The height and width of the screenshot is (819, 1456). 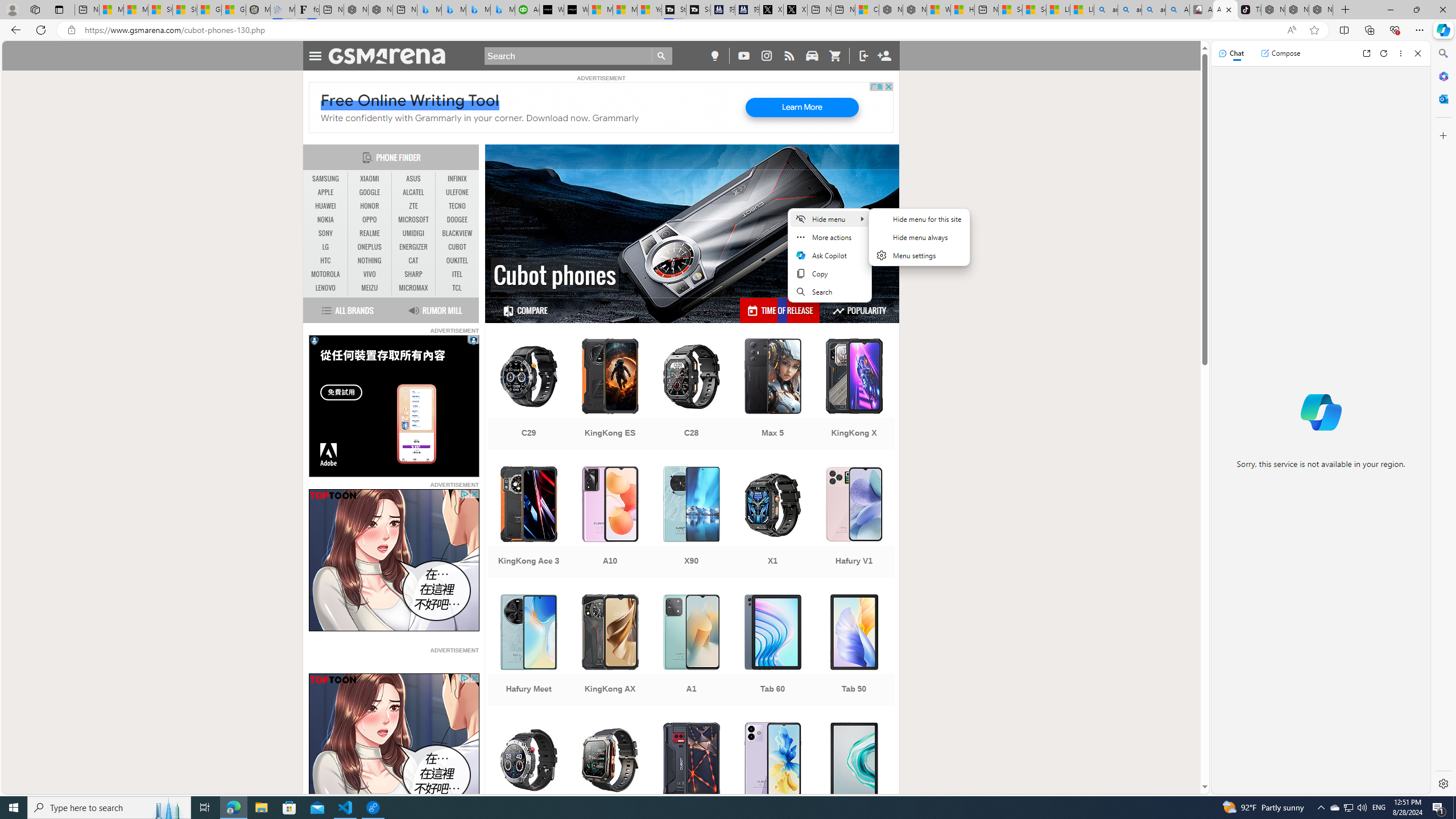 I want to click on 'OPPO', so click(x=369, y=220).